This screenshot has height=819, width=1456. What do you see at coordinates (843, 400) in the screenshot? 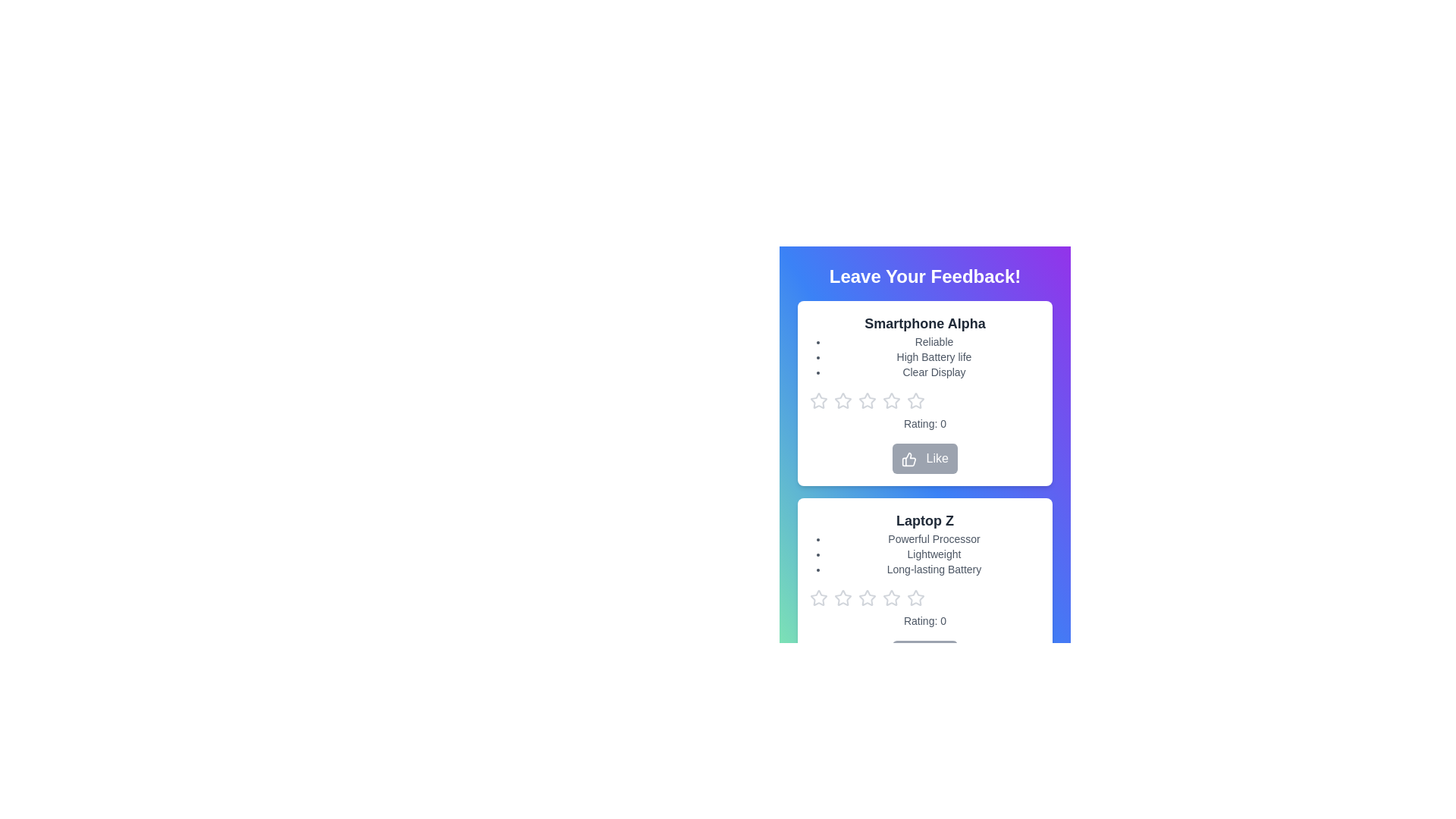
I see `the second star in the 5-star rating system` at bounding box center [843, 400].